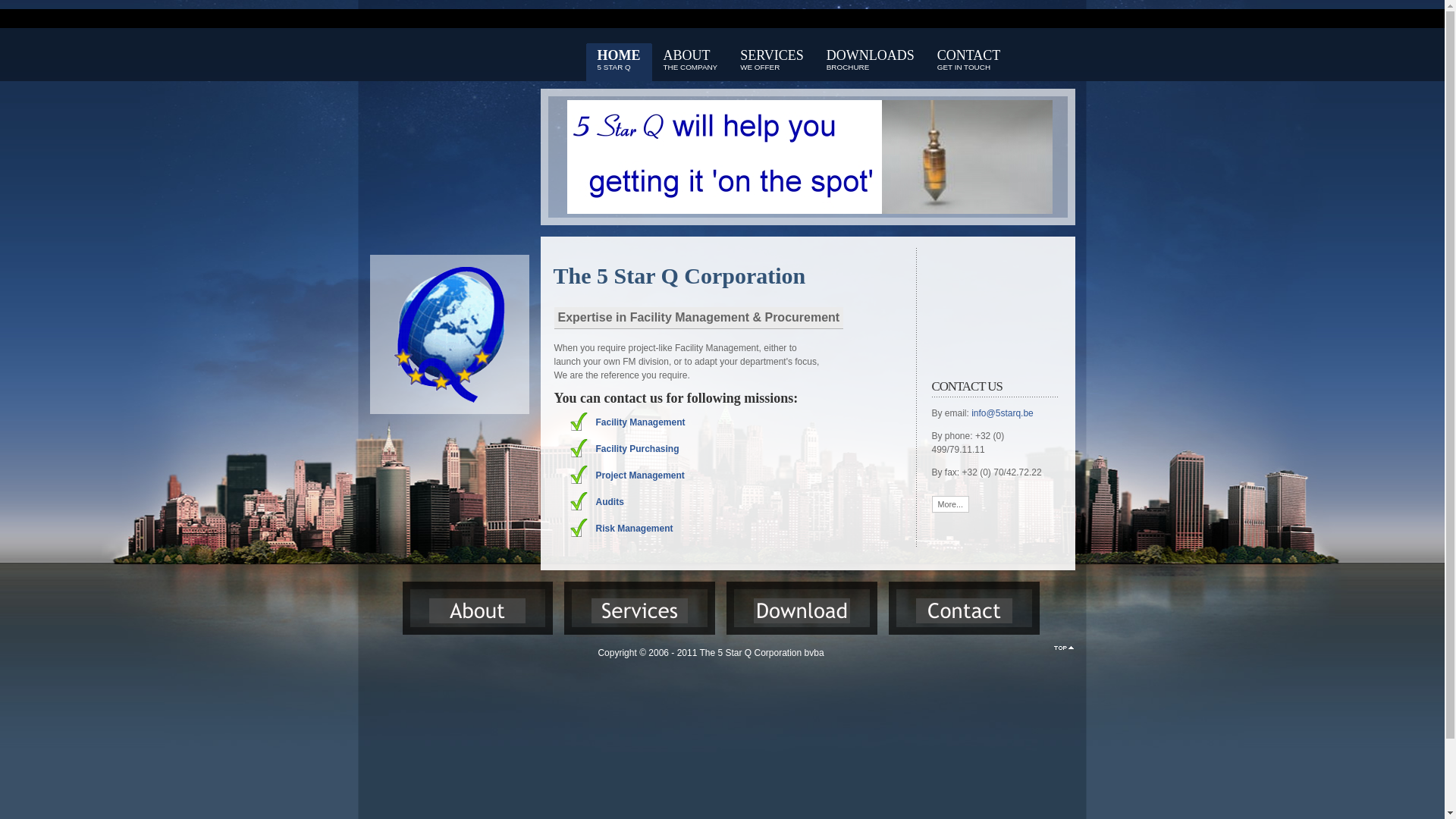  I want to click on 'Facility Management', so click(640, 422).